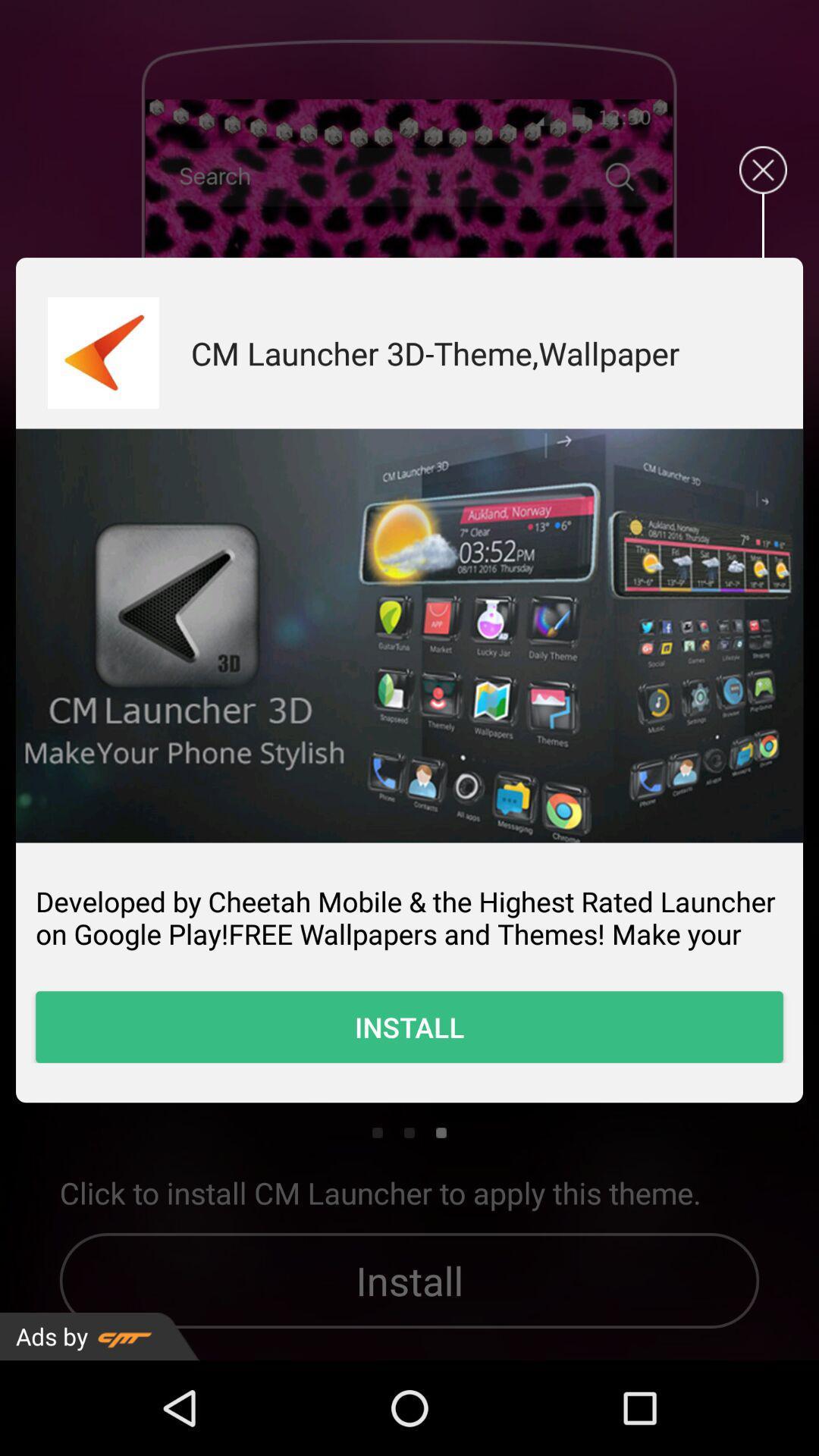  I want to click on the close icon, so click(763, 182).